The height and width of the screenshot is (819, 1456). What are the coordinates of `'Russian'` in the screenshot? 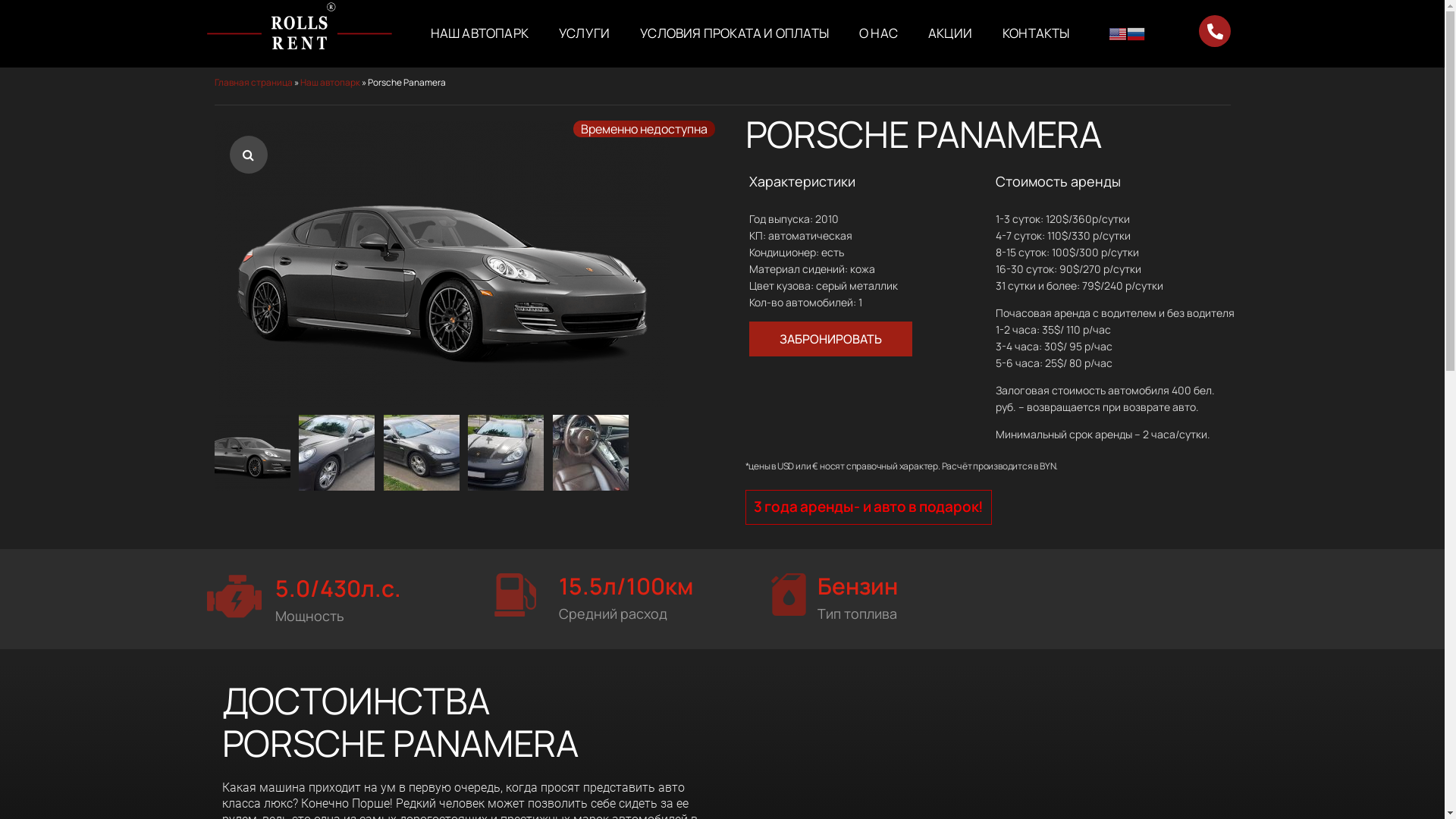 It's located at (1135, 33).